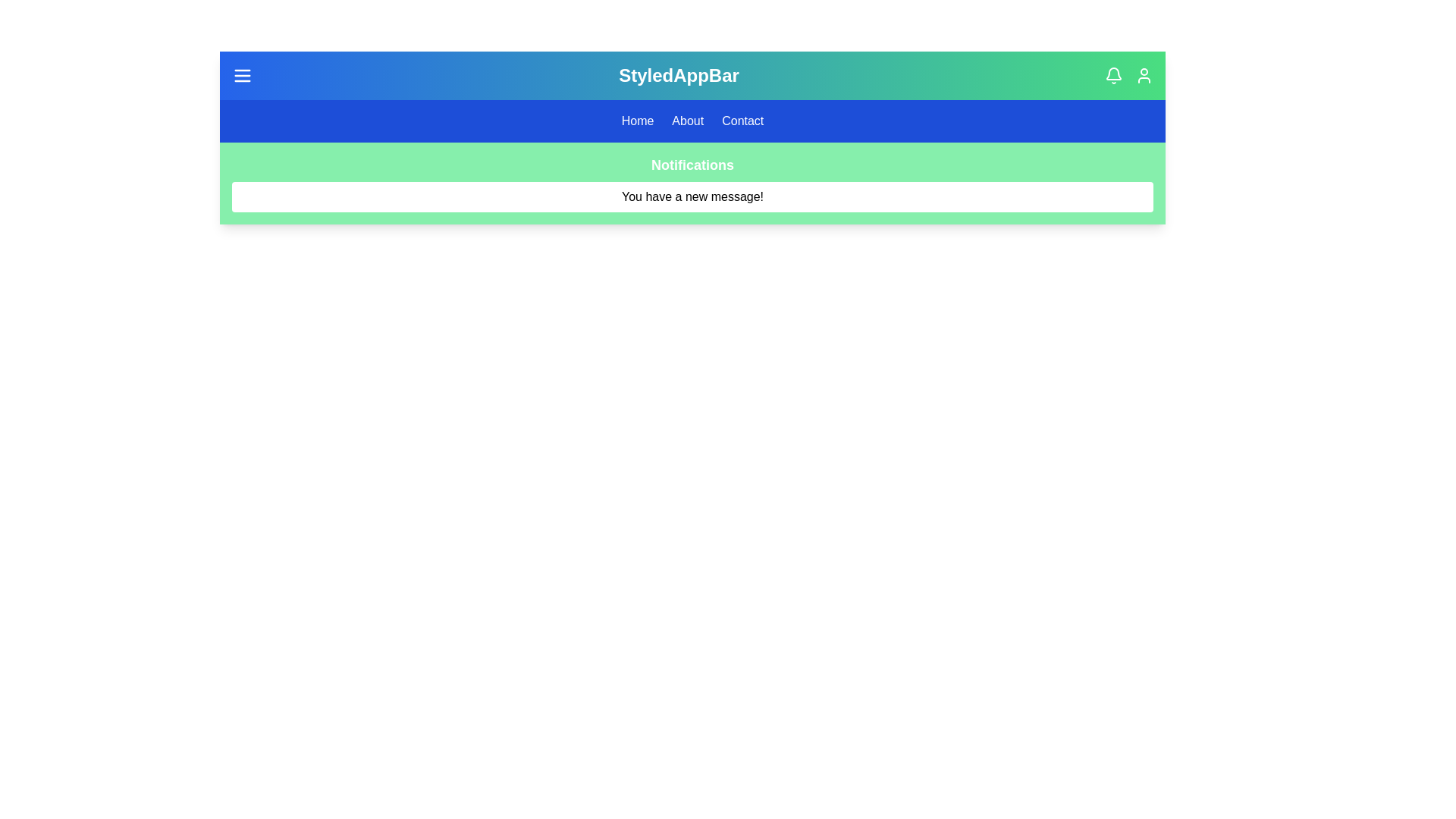  Describe the element at coordinates (1113, 76) in the screenshot. I see `the notification icon located` at that location.